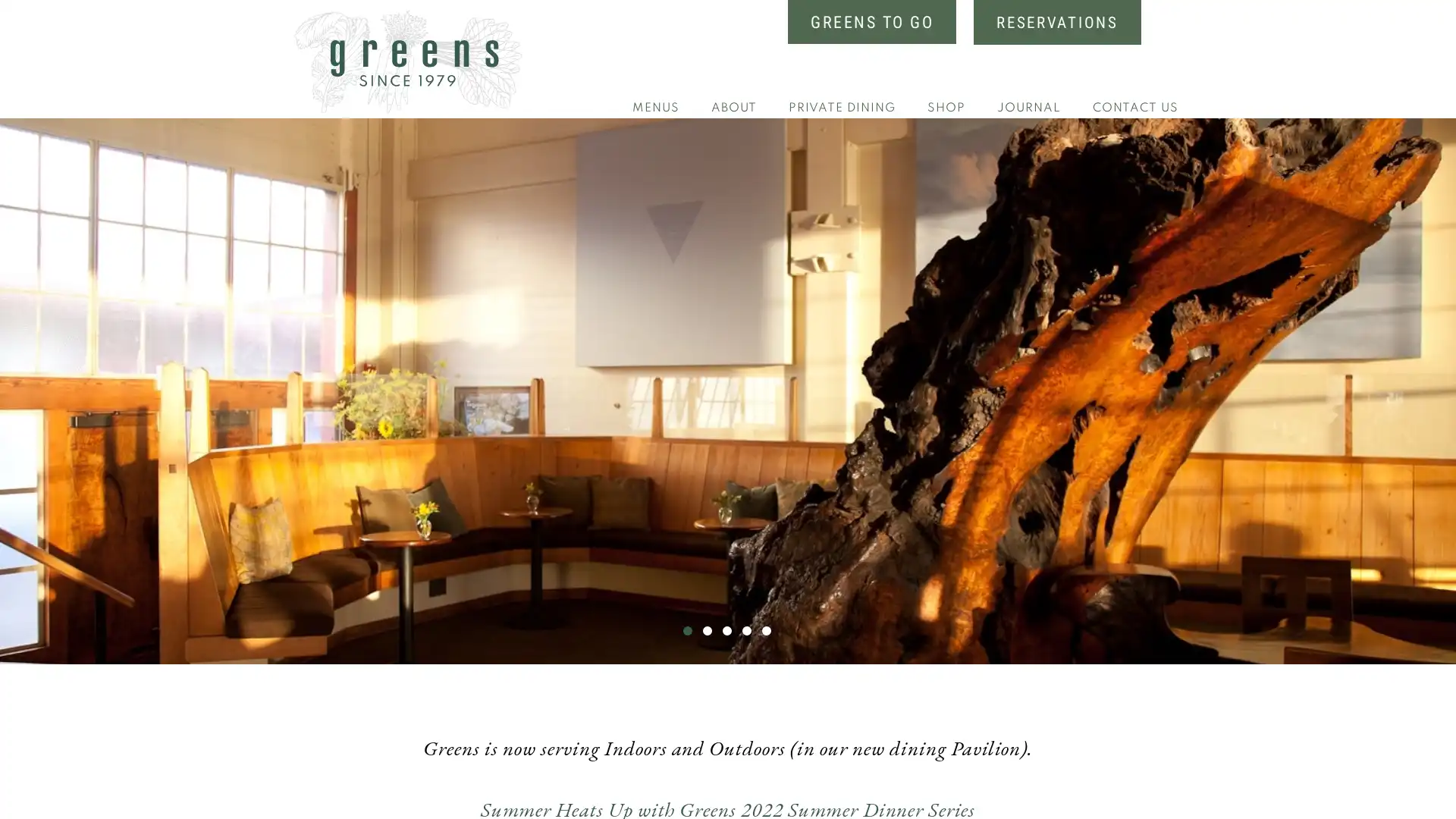 The width and height of the screenshot is (1456, 819). Describe the element at coordinates (687, 629) in the screenshot. I see `Go to slide 1` at that location.